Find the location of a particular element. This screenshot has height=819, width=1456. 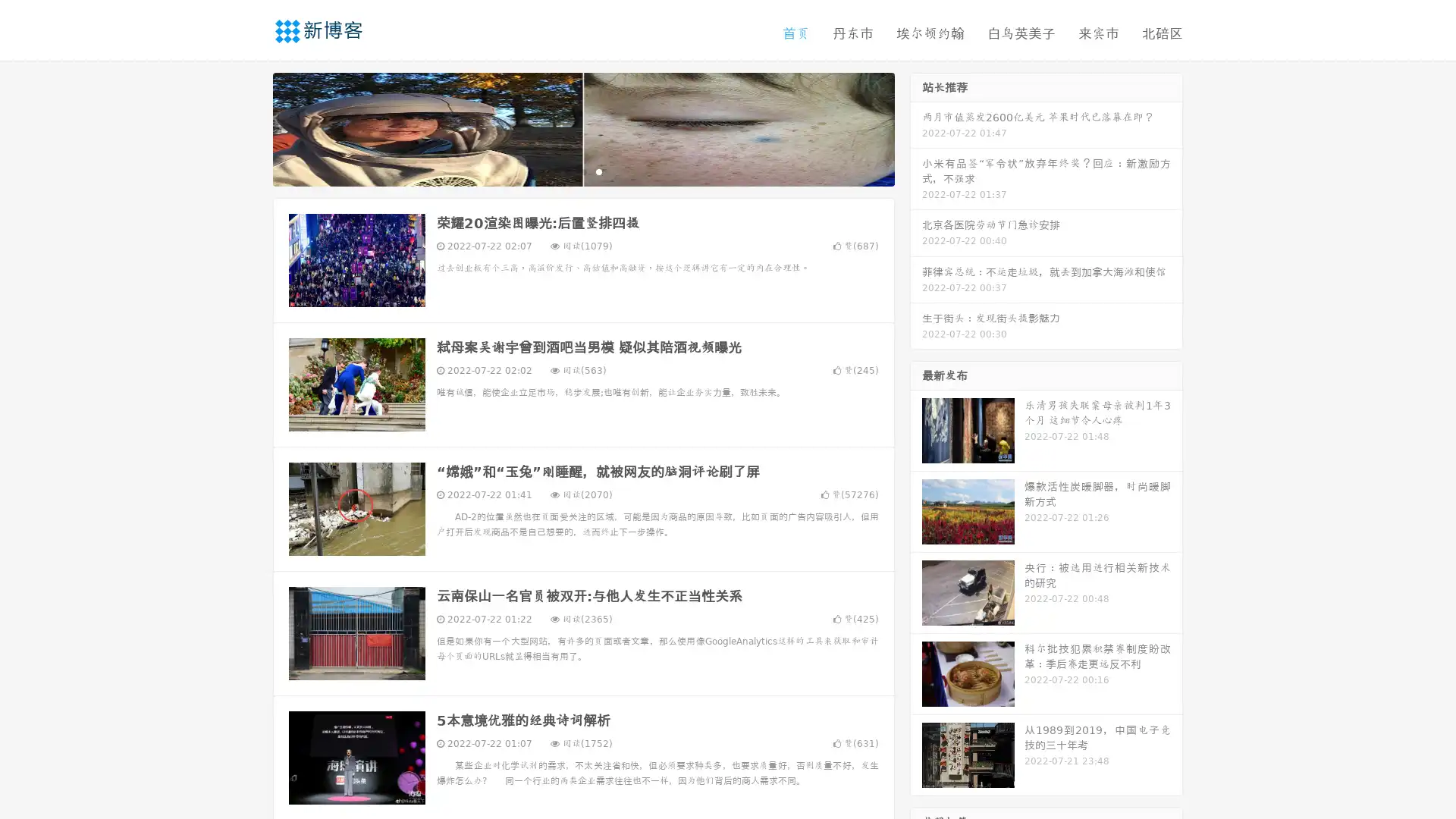

Go to slide 2 is located at coordinates (582, 171).